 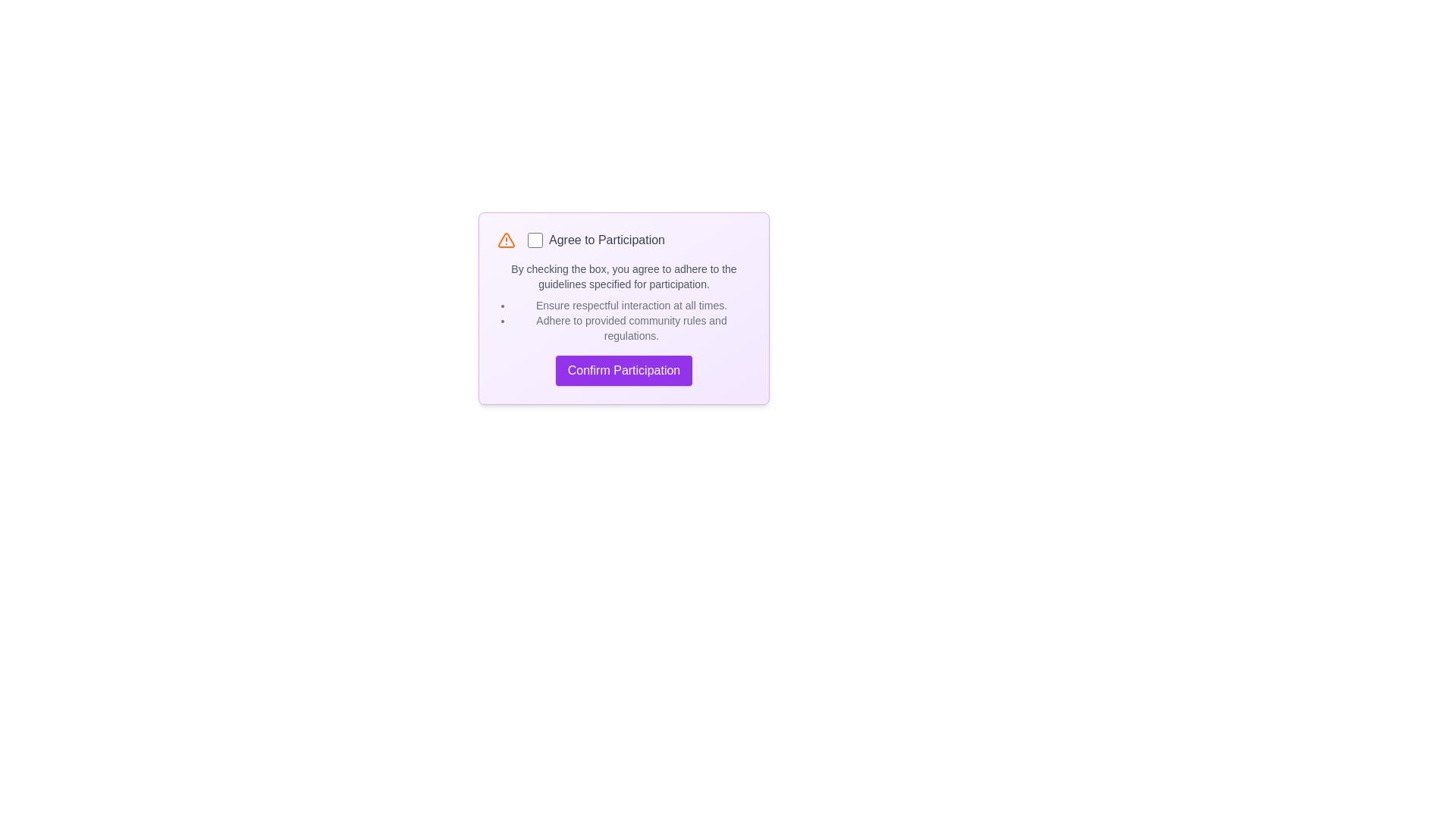 What do you see at coordinates (506, 239) in the screenshot?
I see `the orange triangular warning icon with a stylized exclamation mark, located to the left of the 'Agree to Participation' checkbox in the agreement section of the modal` at bounding box center [506, 239].